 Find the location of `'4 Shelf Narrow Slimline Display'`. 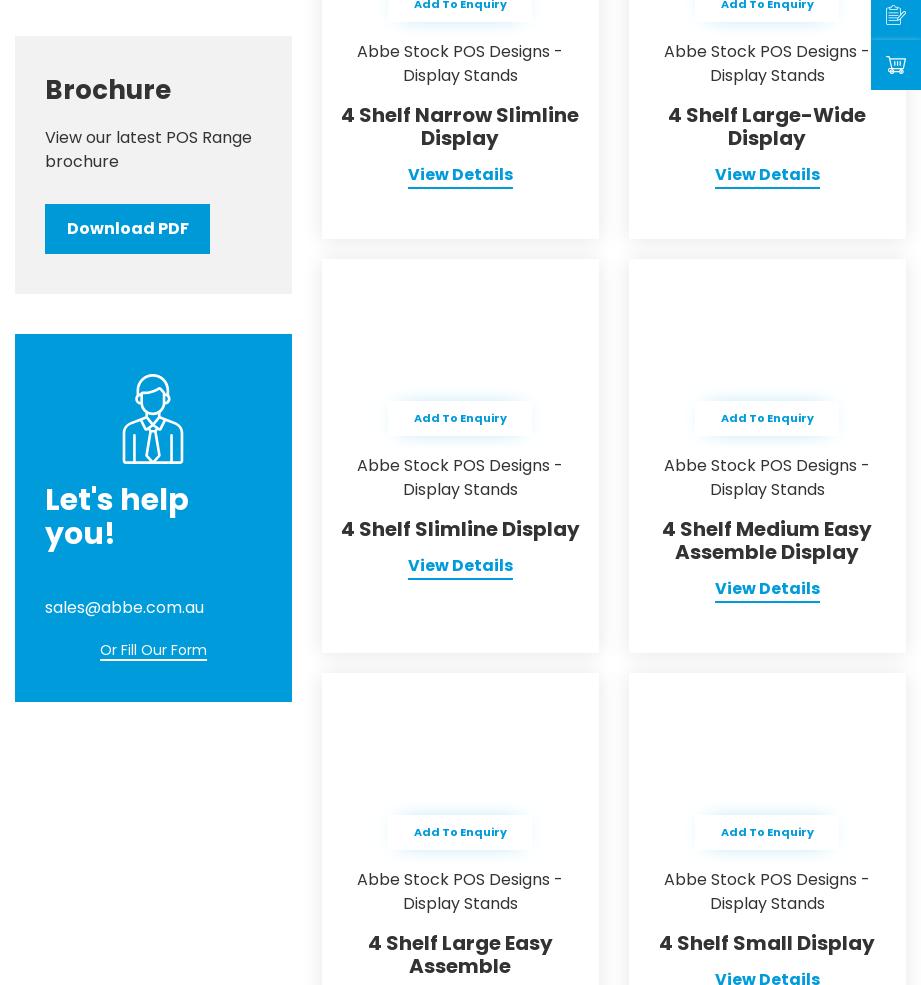

'4 Shelf Narrow Slimline Display' is located at coordinates (340, 126).